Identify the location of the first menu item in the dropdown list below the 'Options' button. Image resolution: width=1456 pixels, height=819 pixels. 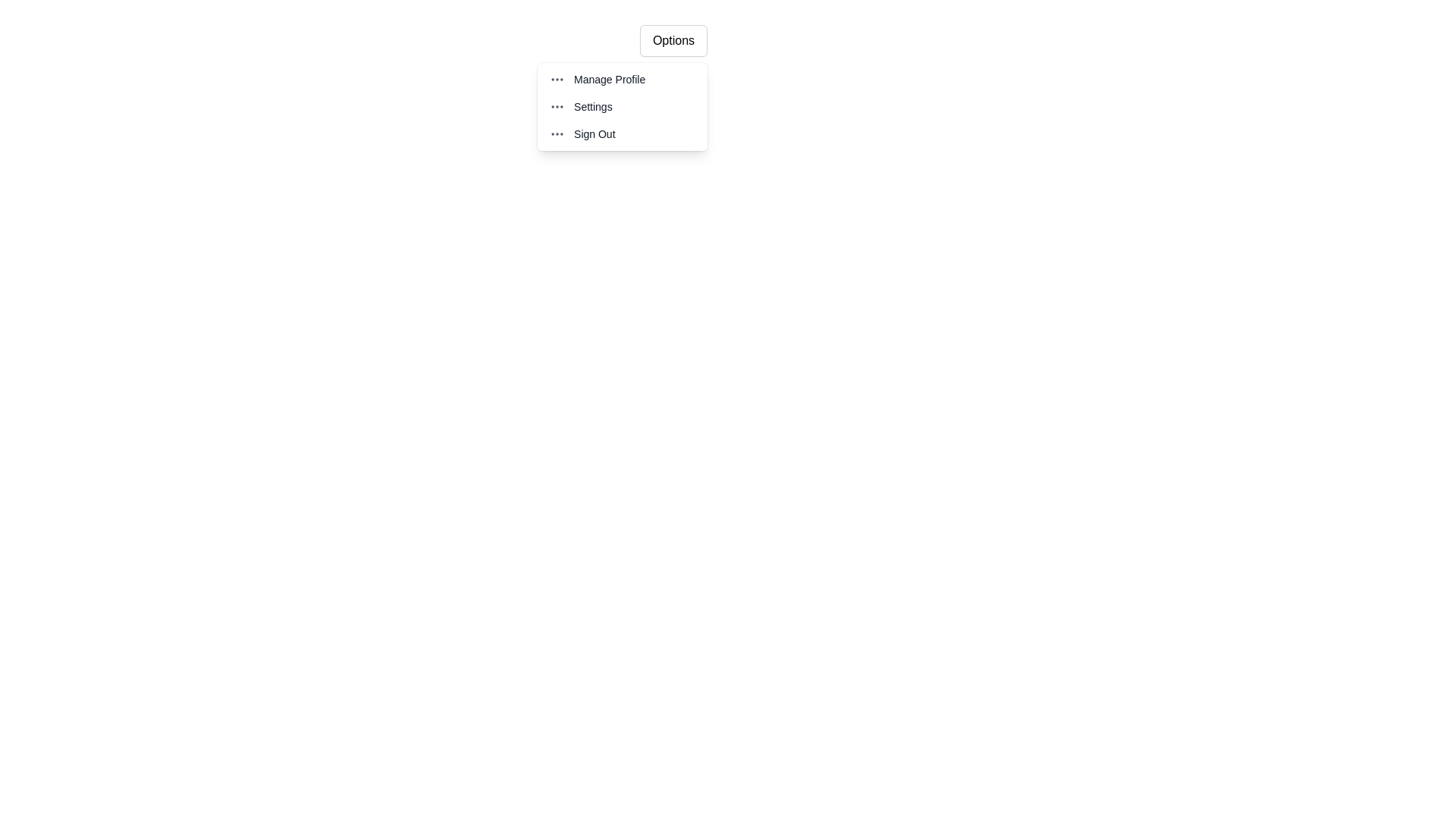
(622, 79).